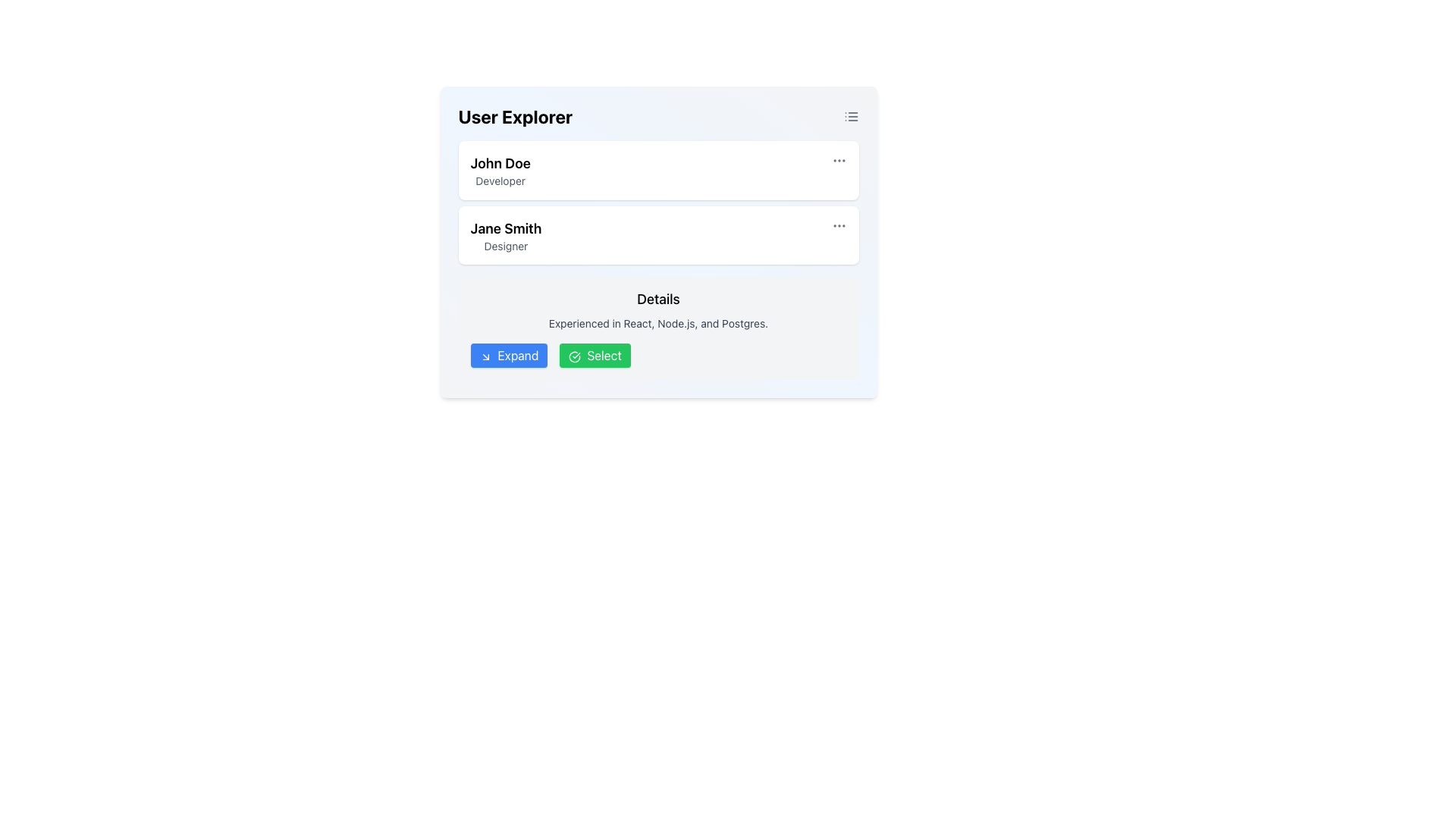 This screenshot has height=819, width=1456. What do you see at coordinates (574, 356) in the screenshot?
I see `the small circular icon with a checkmark inside, located to the left of the green 'Select' button in the 'Details' card` at bounding box center [574, 356].